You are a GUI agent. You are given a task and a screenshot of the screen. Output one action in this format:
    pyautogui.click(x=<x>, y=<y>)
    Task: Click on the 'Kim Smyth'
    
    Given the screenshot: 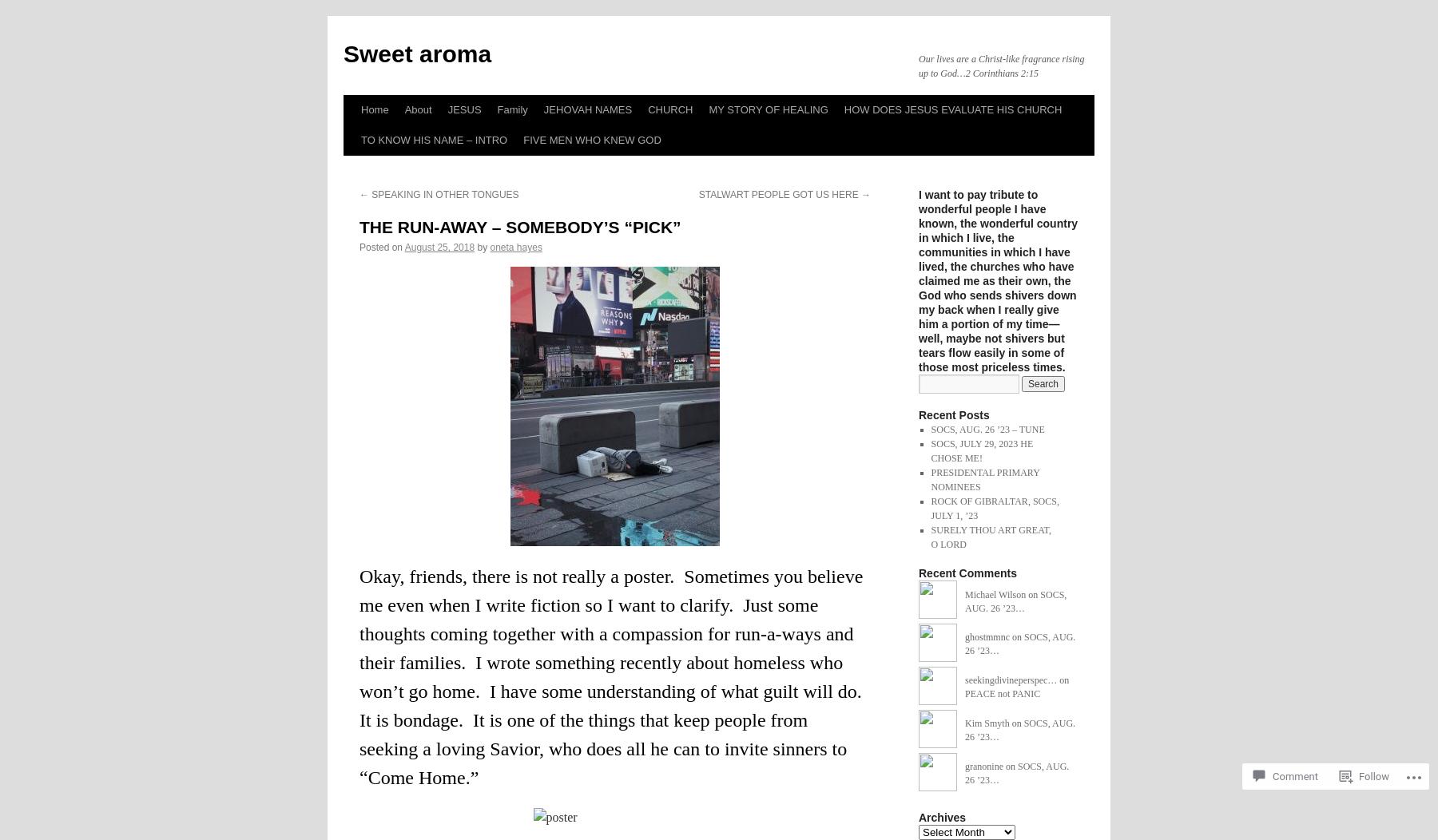 What is the action you would take?
    pyautogui.click(x=986, y=723)
    